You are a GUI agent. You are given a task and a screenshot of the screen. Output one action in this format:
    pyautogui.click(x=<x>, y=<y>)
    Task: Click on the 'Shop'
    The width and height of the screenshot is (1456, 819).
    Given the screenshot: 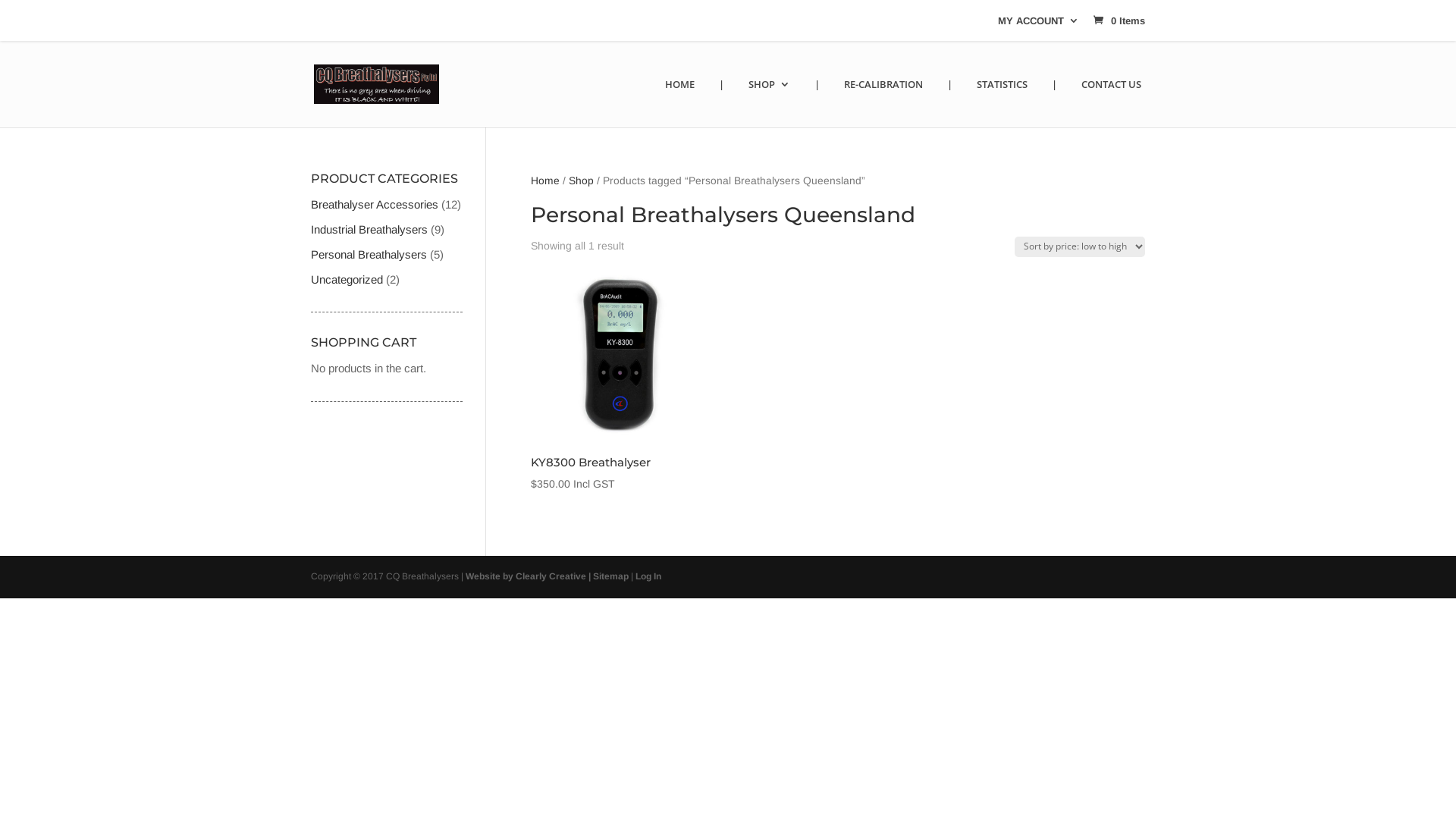 What is the action you would take?
    pyautogui.click(x=580, y=180)
    